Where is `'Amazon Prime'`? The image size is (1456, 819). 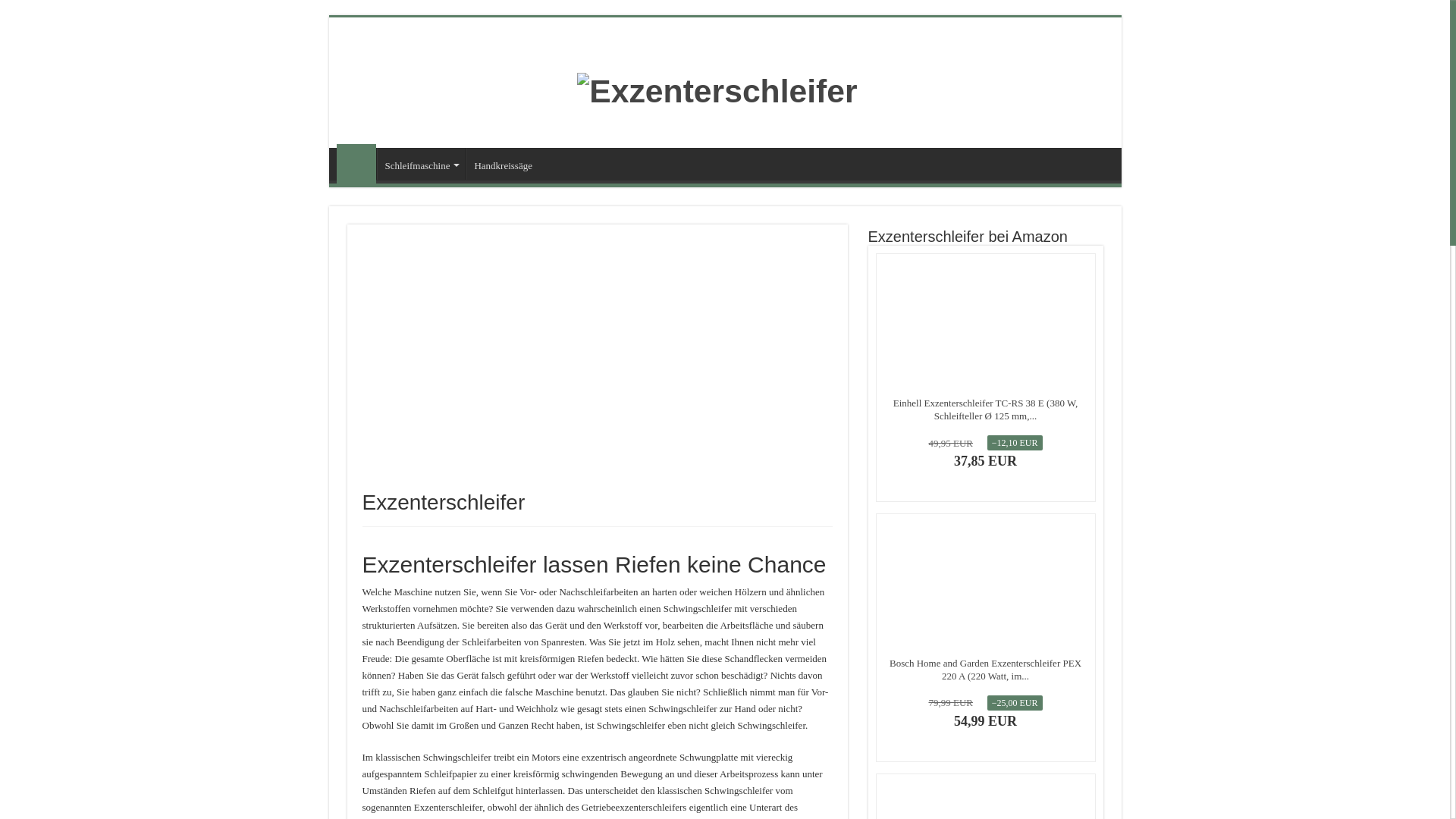 'Amazon Prime' is located at coordinates (985, 479).